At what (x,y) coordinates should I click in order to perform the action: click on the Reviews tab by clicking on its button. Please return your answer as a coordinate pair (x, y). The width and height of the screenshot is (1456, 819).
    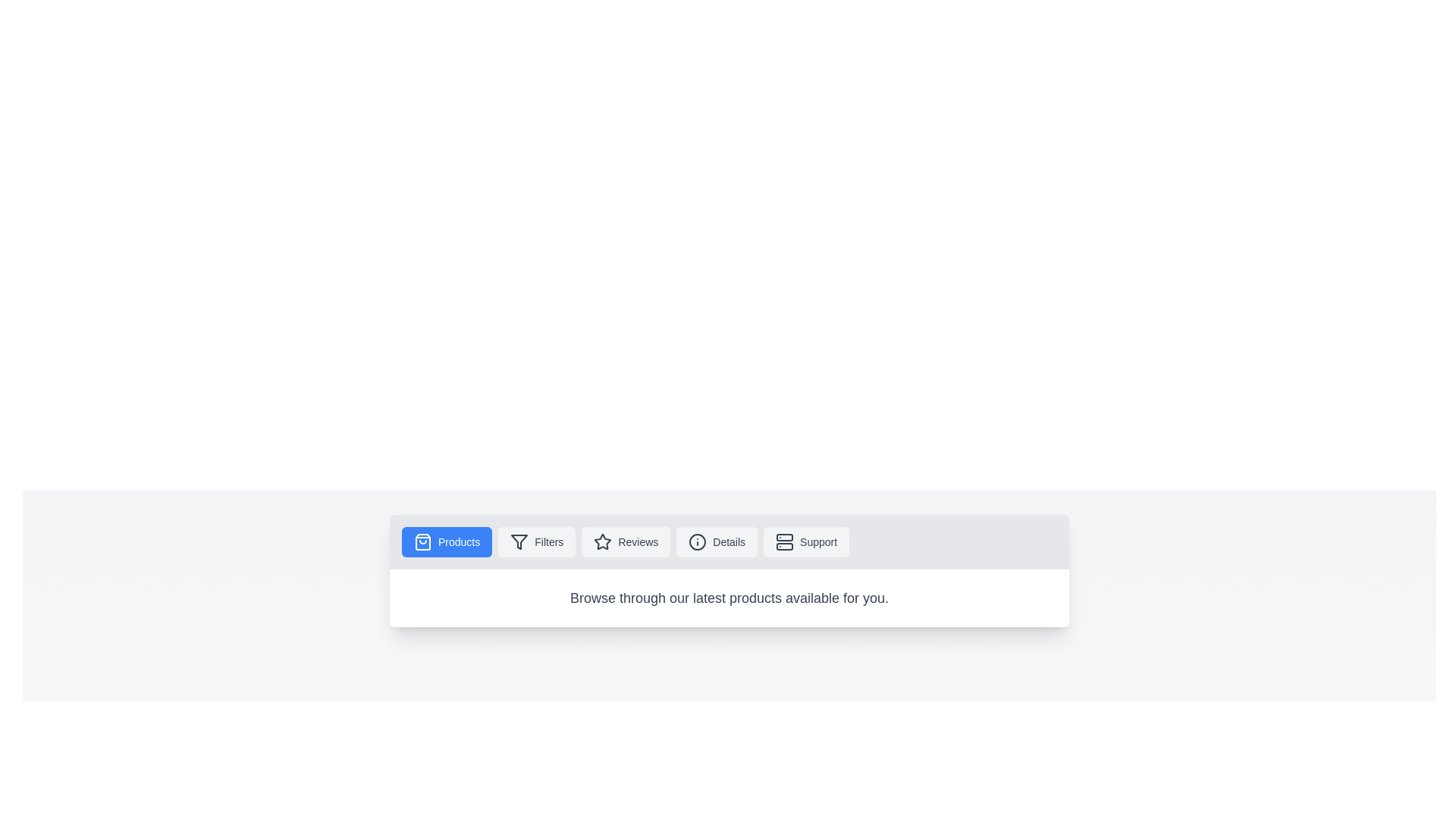
    Looking at the image, I should click on (626, 541).